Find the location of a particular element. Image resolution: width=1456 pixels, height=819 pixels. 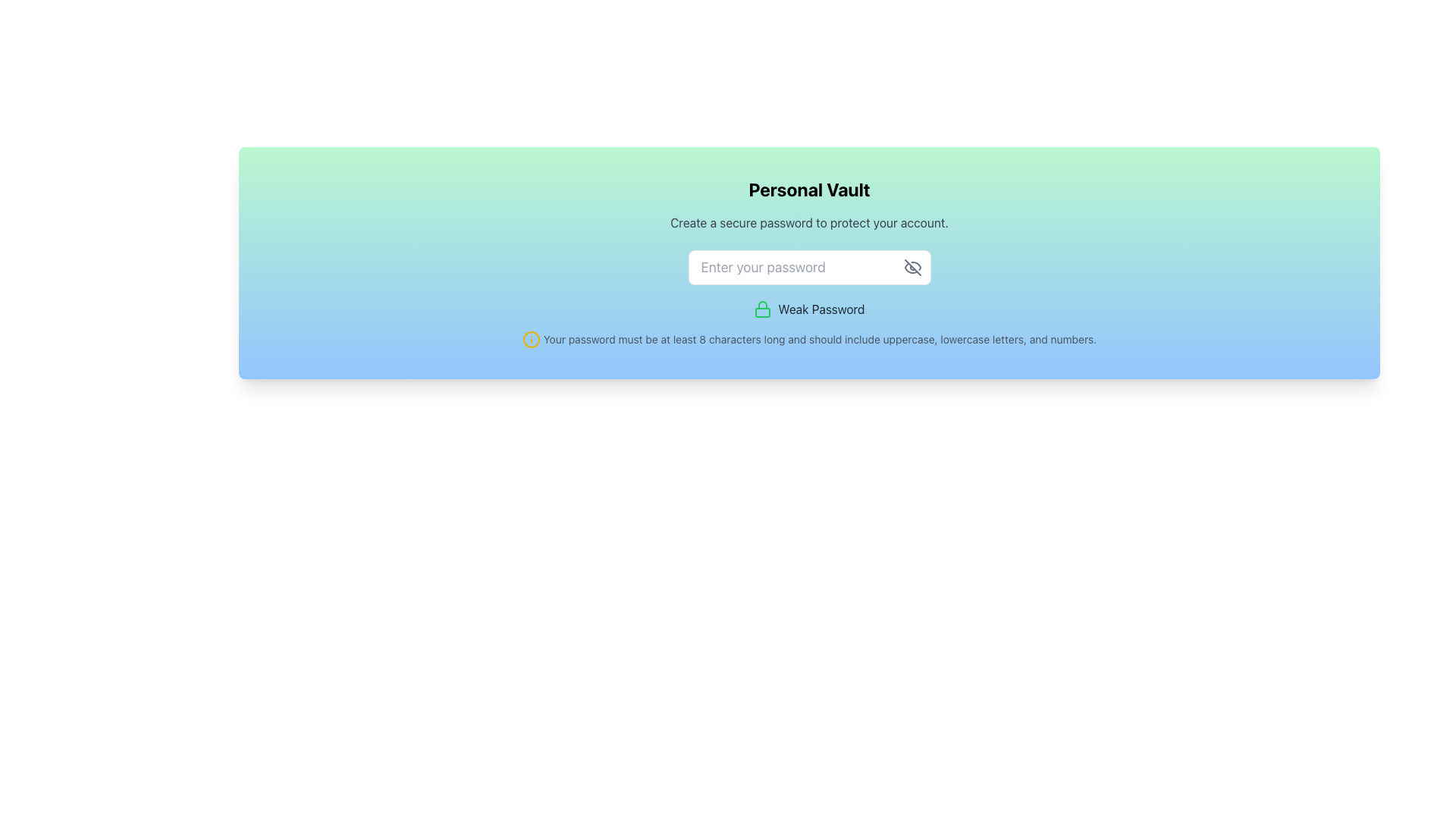

the title text label that indicates the purpose of creating a secure password, located at the top of the section is located at coordinates (808, 189).